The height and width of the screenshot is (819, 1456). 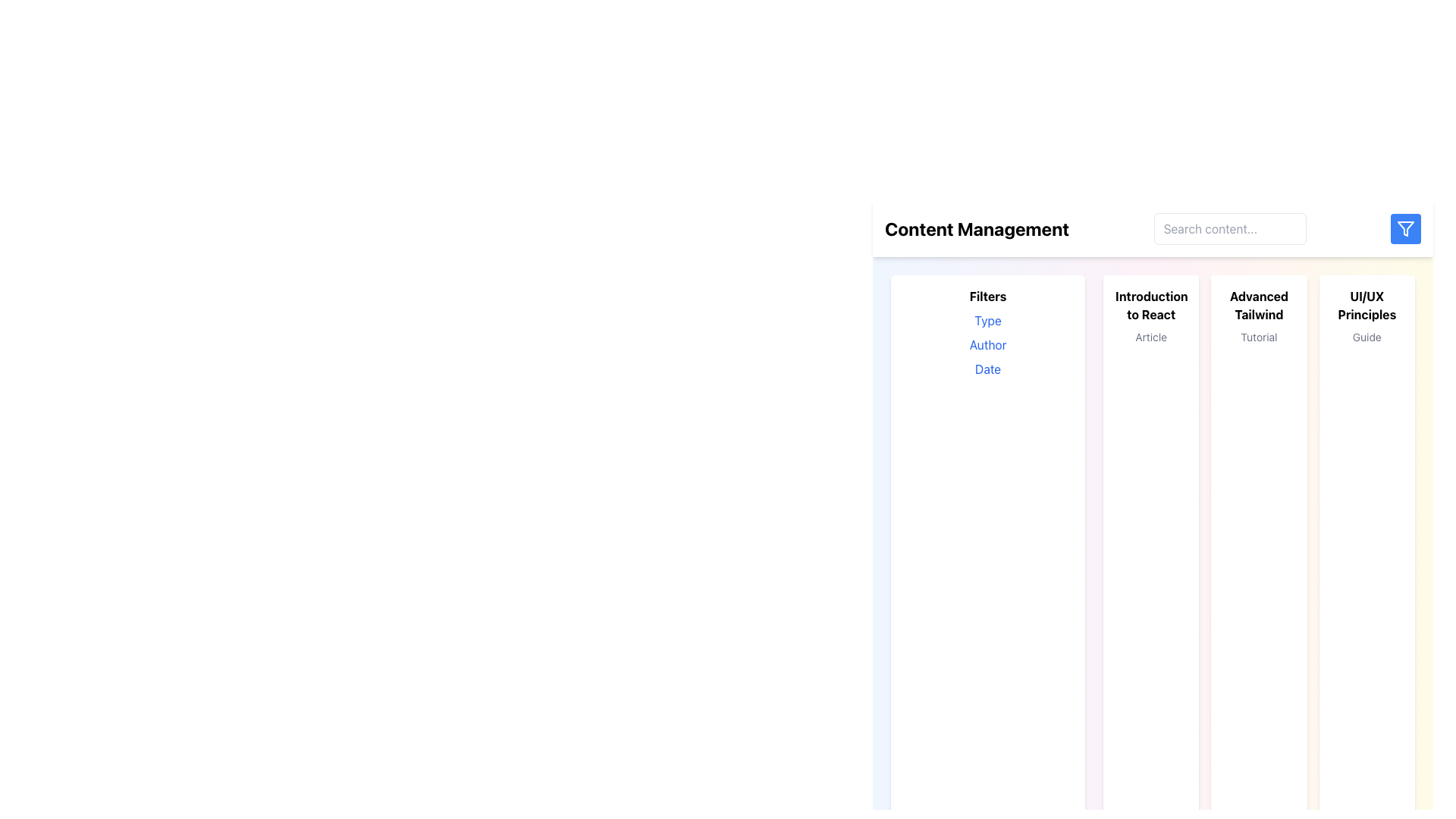 I want to click on the blue triangular funnel icon located in the top-right corner of the interface, so click(x=1404, y=228).